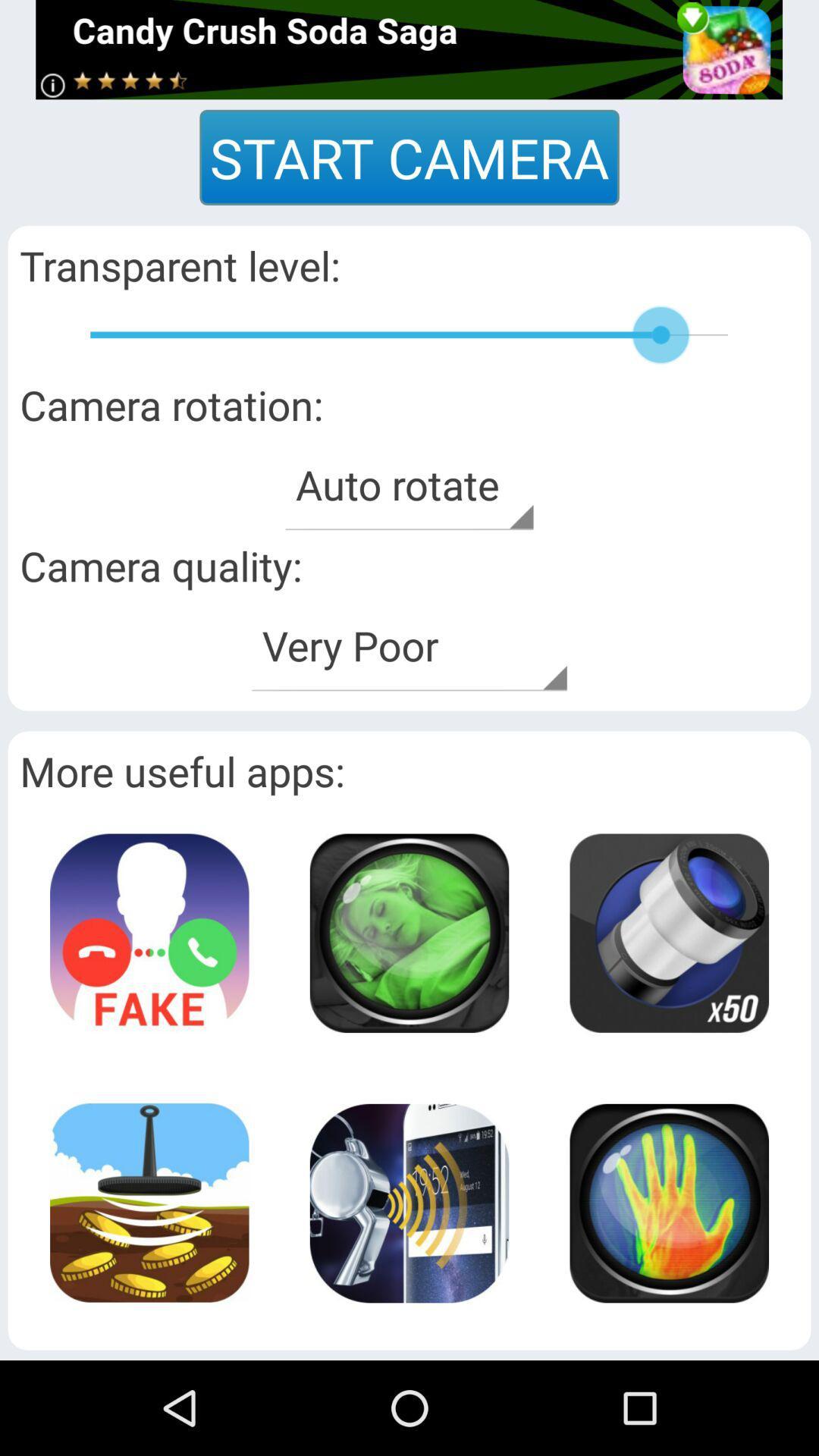 This screenshot has width=819, height=1456. I want to click on speaker box, so click(668, 1202).